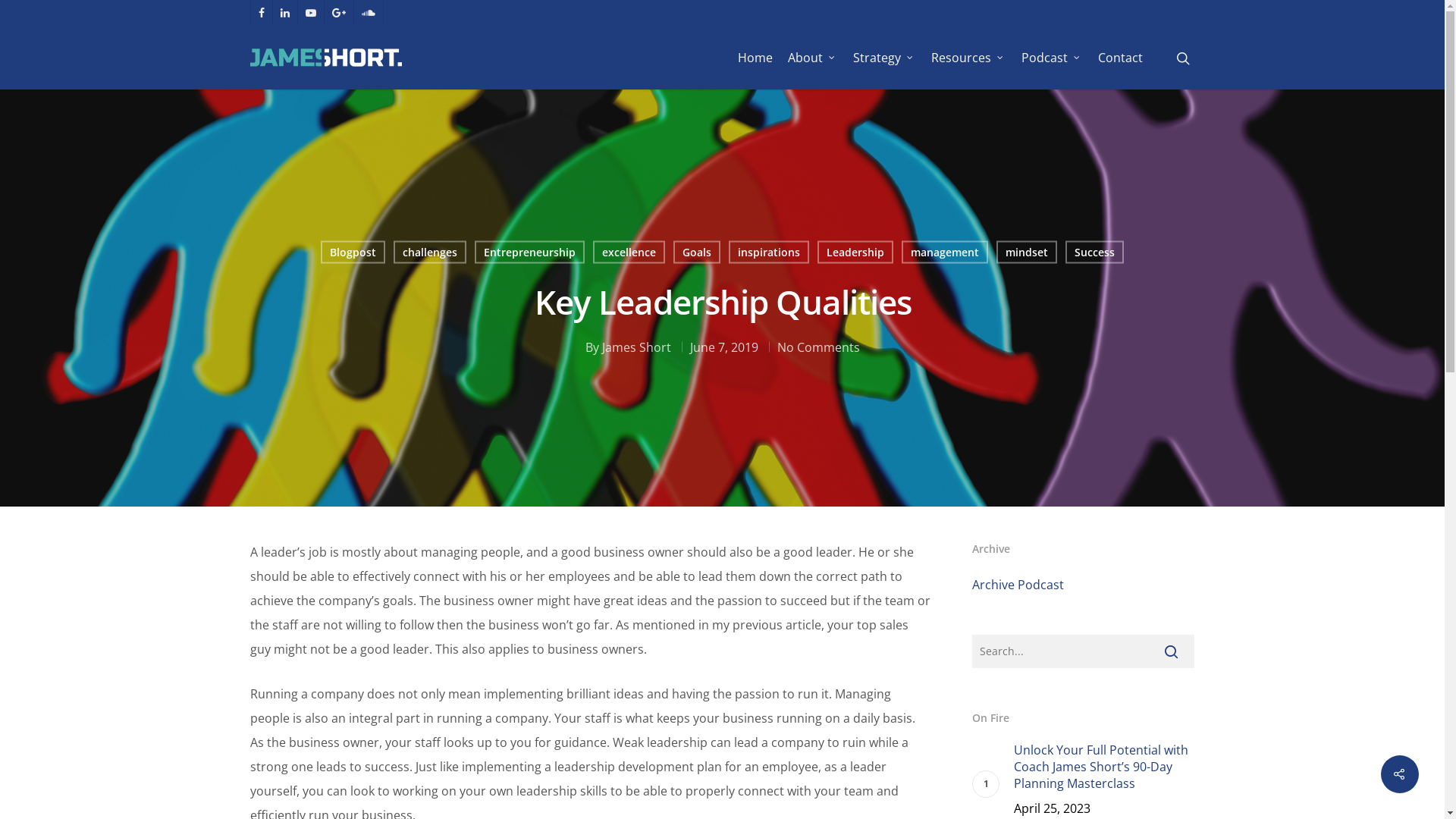 This screenshot has height=819, width=1456. I want to click on 'Podcast', so click(1051, 57).